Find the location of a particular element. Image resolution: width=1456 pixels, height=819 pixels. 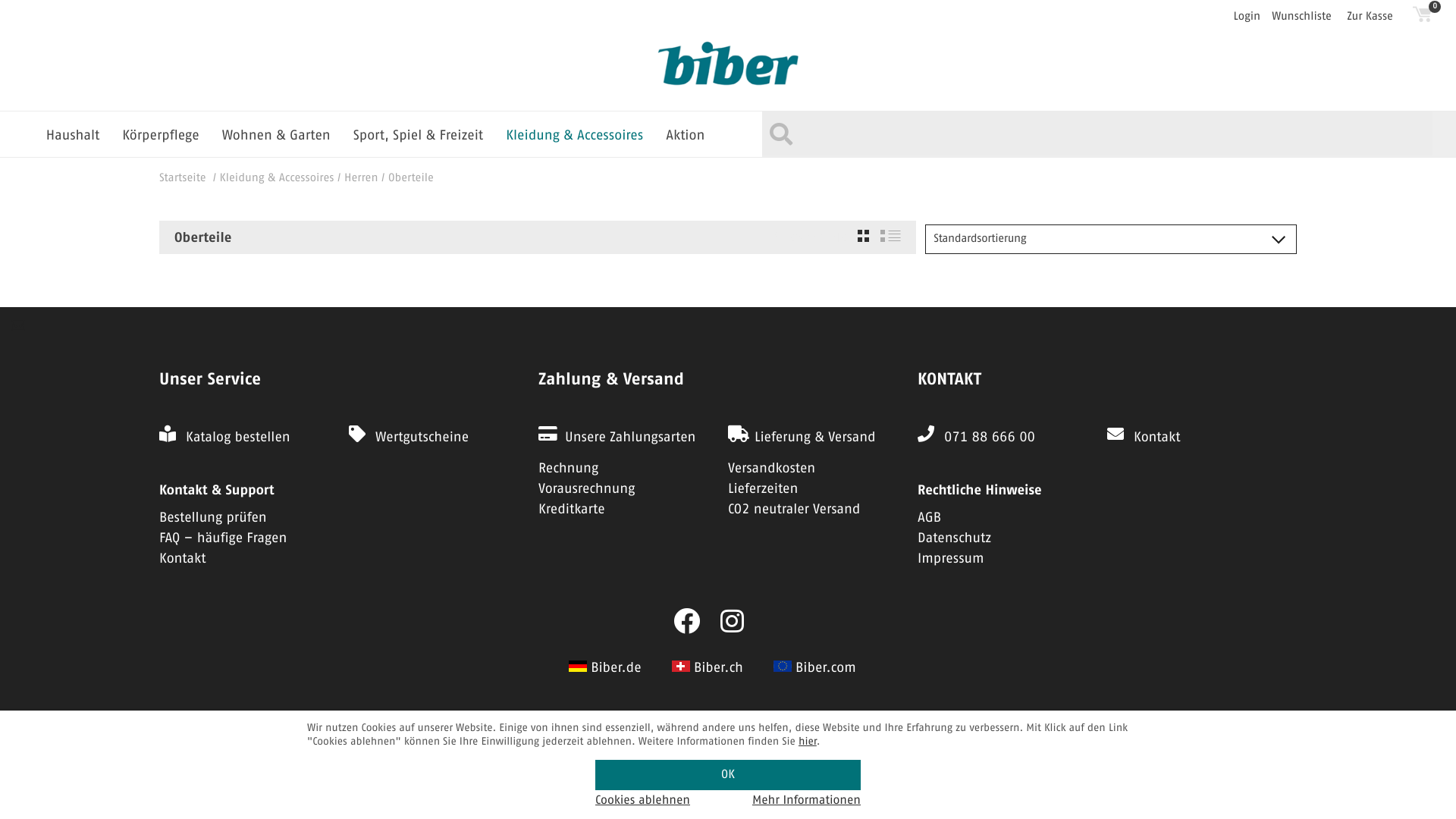

'Biber Verssand auf Instagram' is located at coordinates (732, 623).